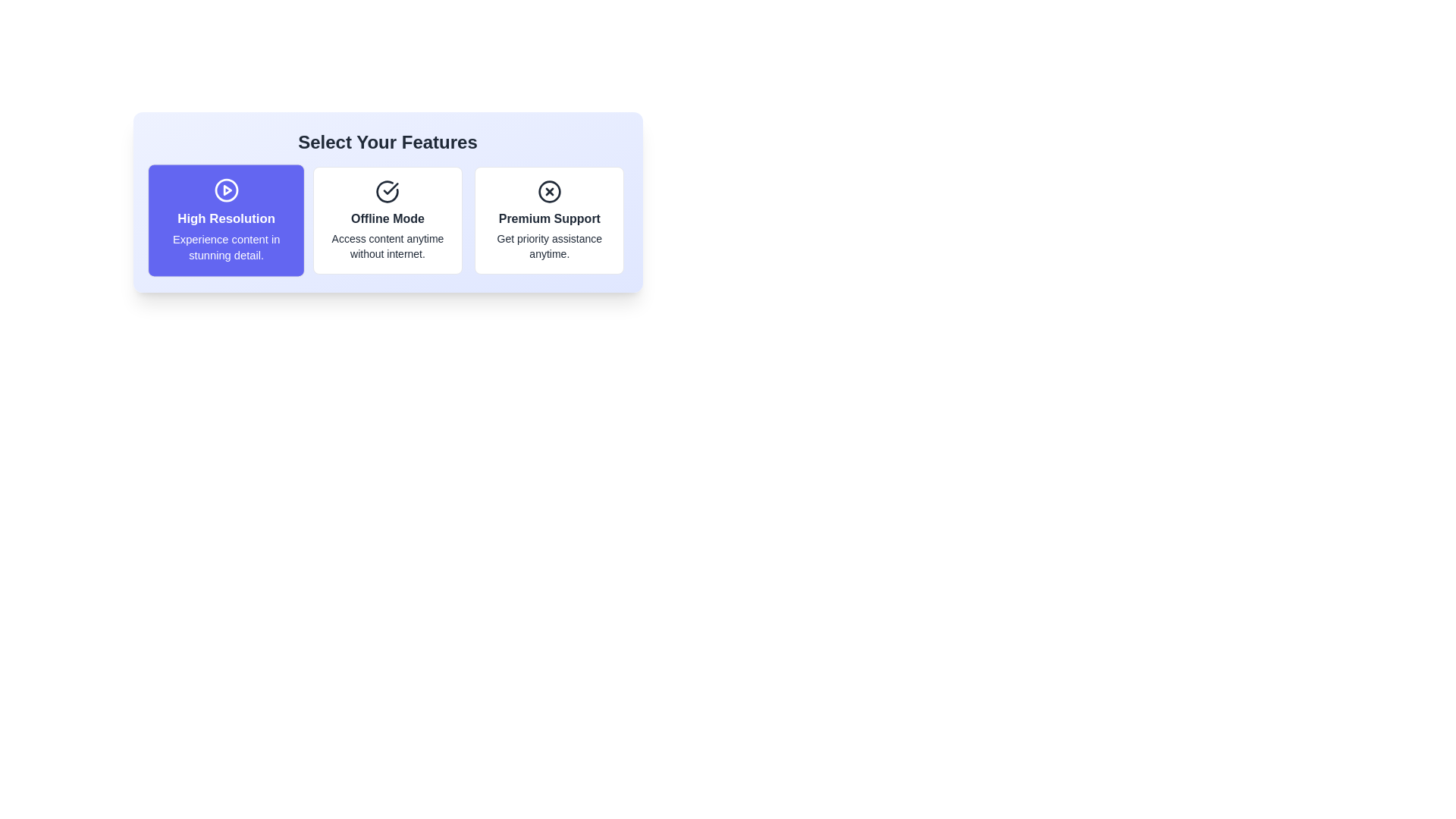 This screenshot has width=1456, height=819. Describe the element at coordinates (388, 220) in the screenshot. I see `the 'Offline Mode' interactive card, which is the middle card in a group of three feature cards` at that location.